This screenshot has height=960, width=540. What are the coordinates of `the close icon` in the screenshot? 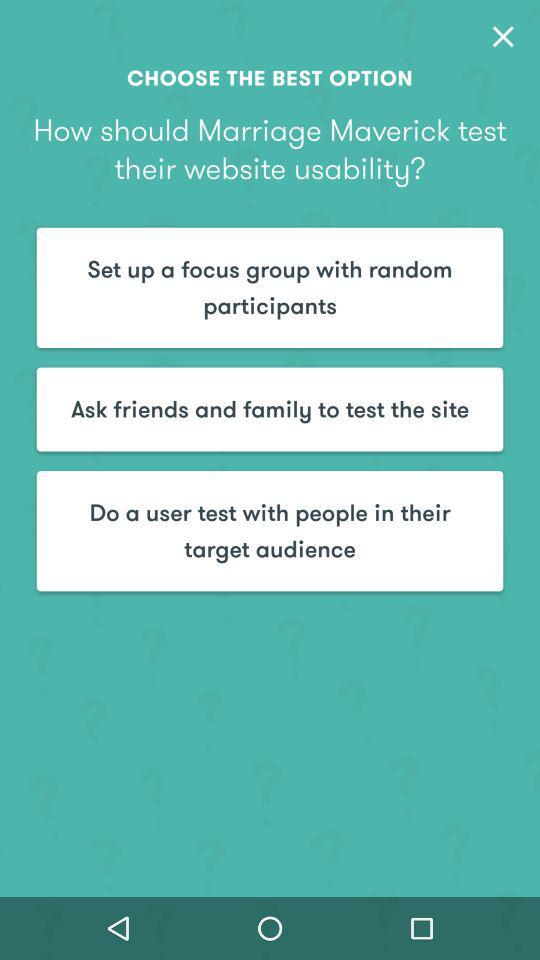 It's located at (502, 35).